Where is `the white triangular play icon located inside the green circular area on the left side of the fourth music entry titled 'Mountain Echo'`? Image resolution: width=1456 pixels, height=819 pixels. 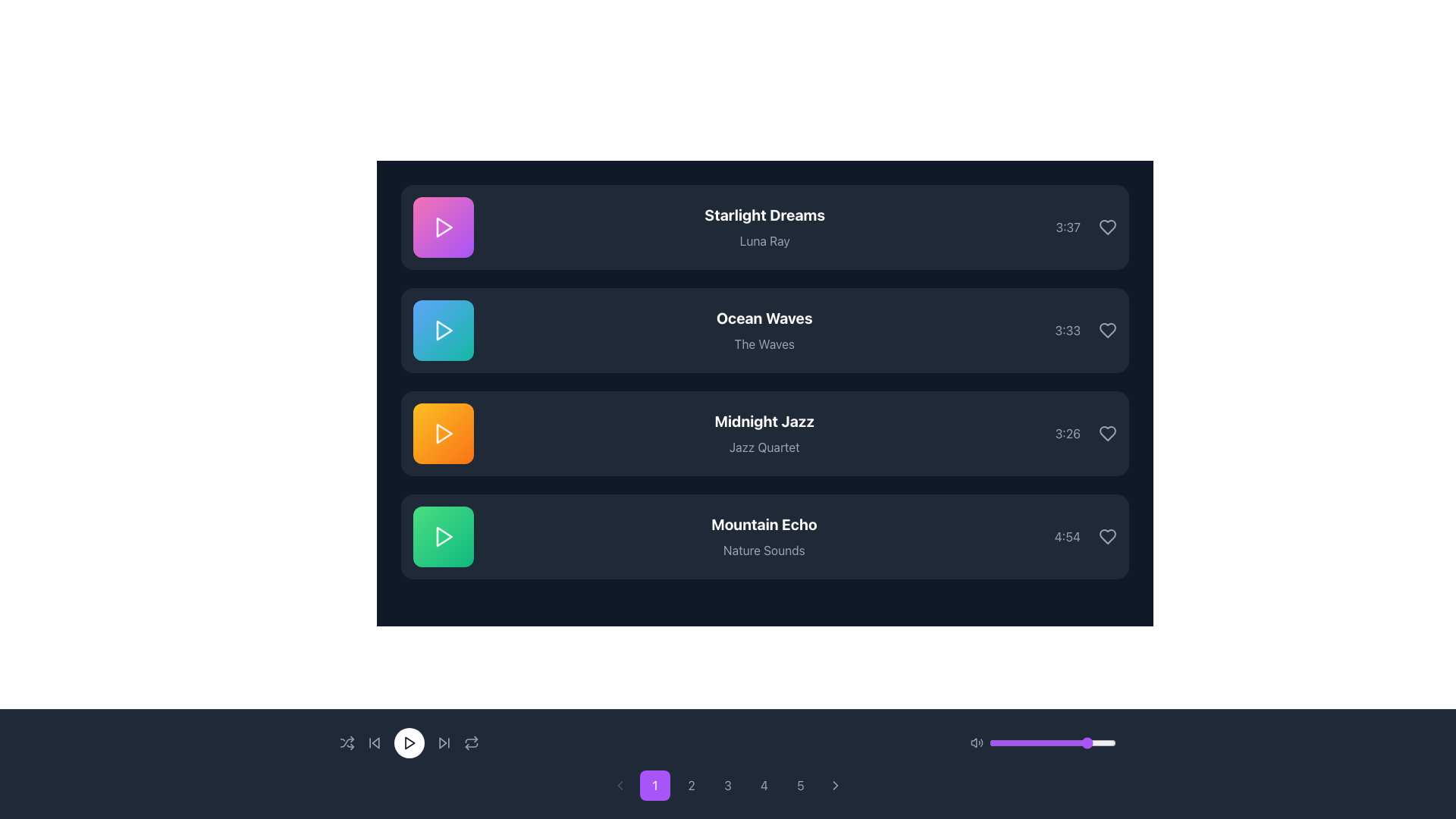
the white triangular play icon located inside the green circular area on the left side of the fourth music entry titled 'Mountain Echo' is located at coordinates (444, 536).